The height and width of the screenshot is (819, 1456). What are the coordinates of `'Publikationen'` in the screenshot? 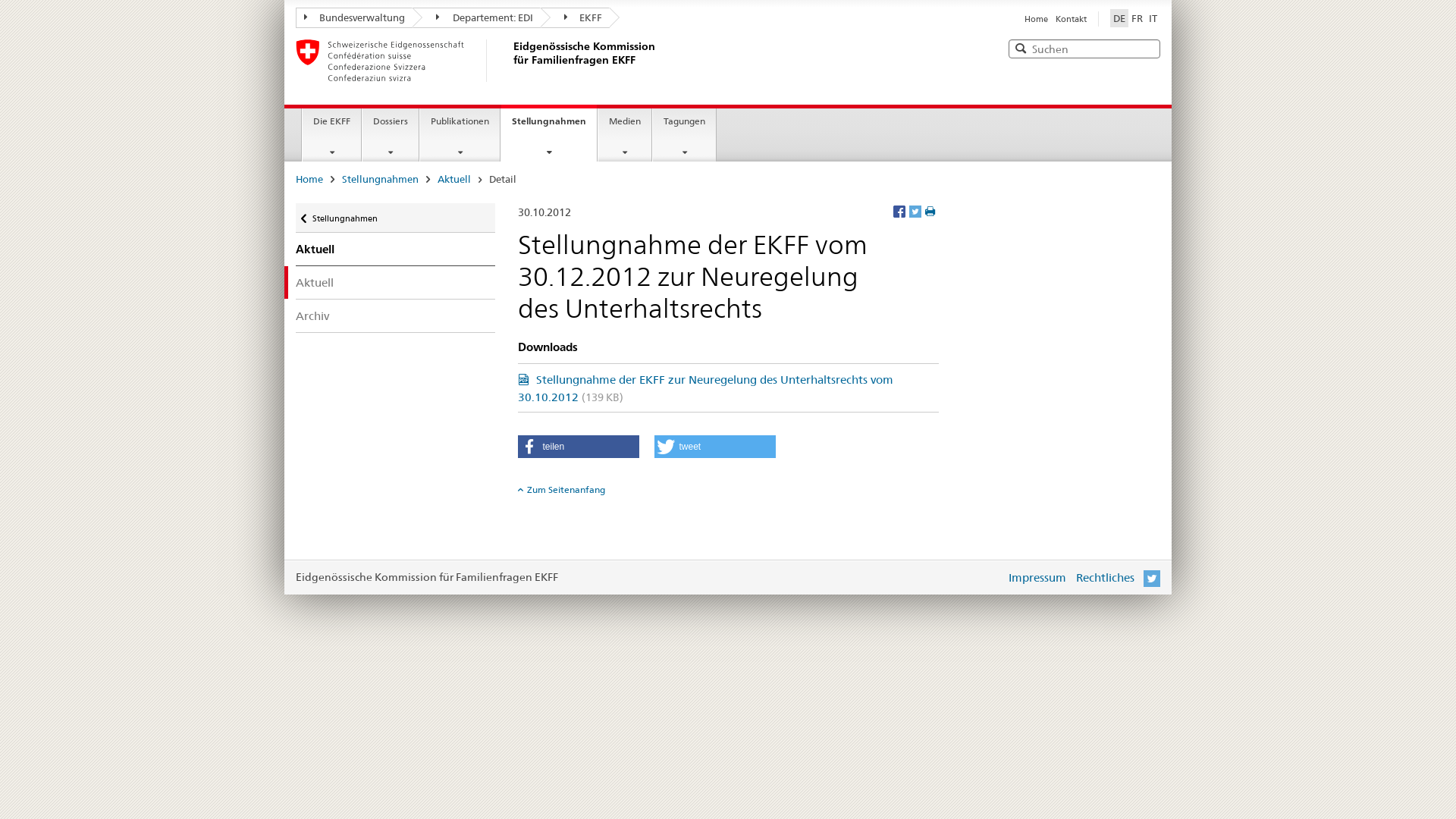 It's located at (459, 133).